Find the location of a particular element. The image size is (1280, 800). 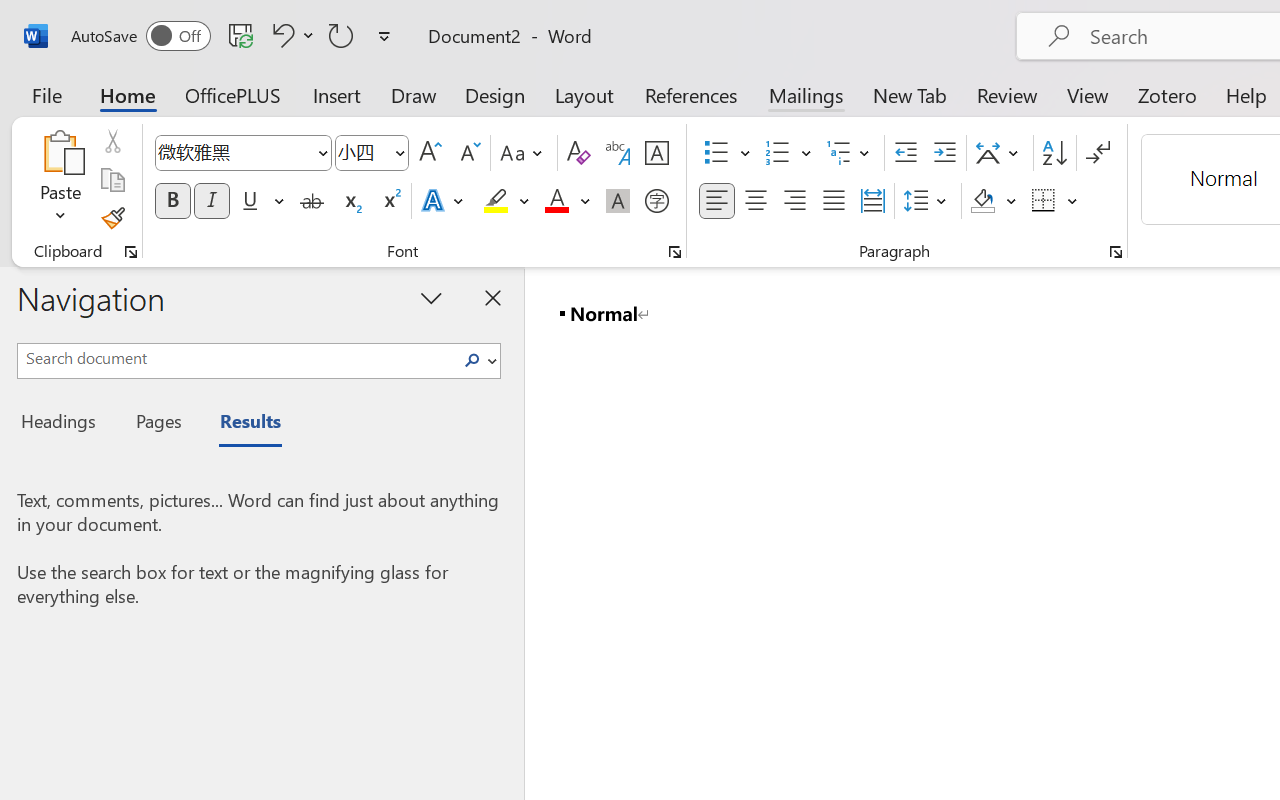

'Subscript' is located at coordinates (350, 201).